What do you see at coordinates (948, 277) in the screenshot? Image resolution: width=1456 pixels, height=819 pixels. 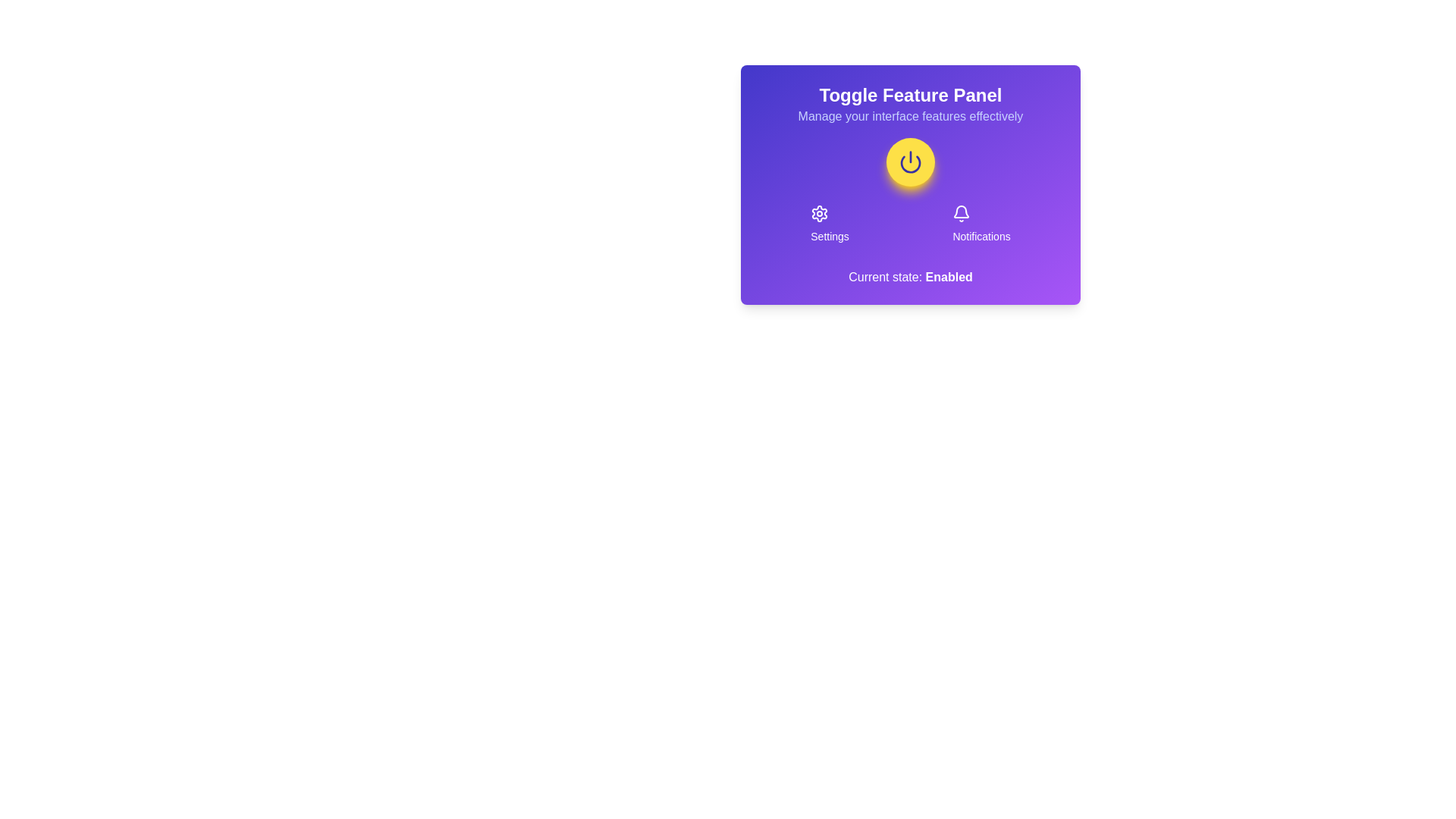 I see `the informational text label that displays 'Enabled' within the string 'Current state: Enabled', located at the bottom-center of the panel` at bounding box center [948, 277].